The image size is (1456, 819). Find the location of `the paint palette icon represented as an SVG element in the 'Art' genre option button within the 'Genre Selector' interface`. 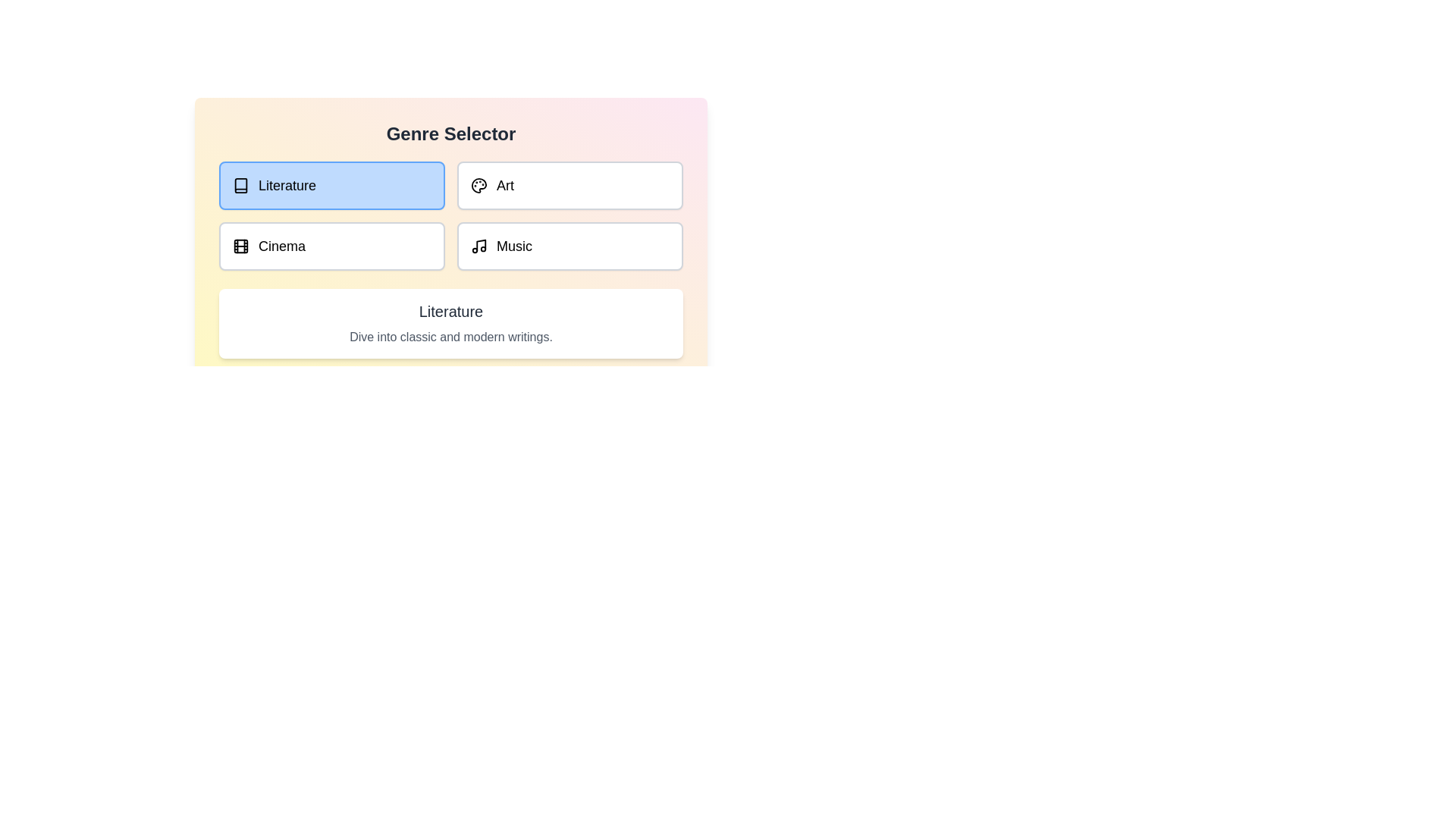

the paint palette icon represented as an SVG element in the 'Art' genre option button within the 'Genre Selector' interface is located at coordinates (479, 185).